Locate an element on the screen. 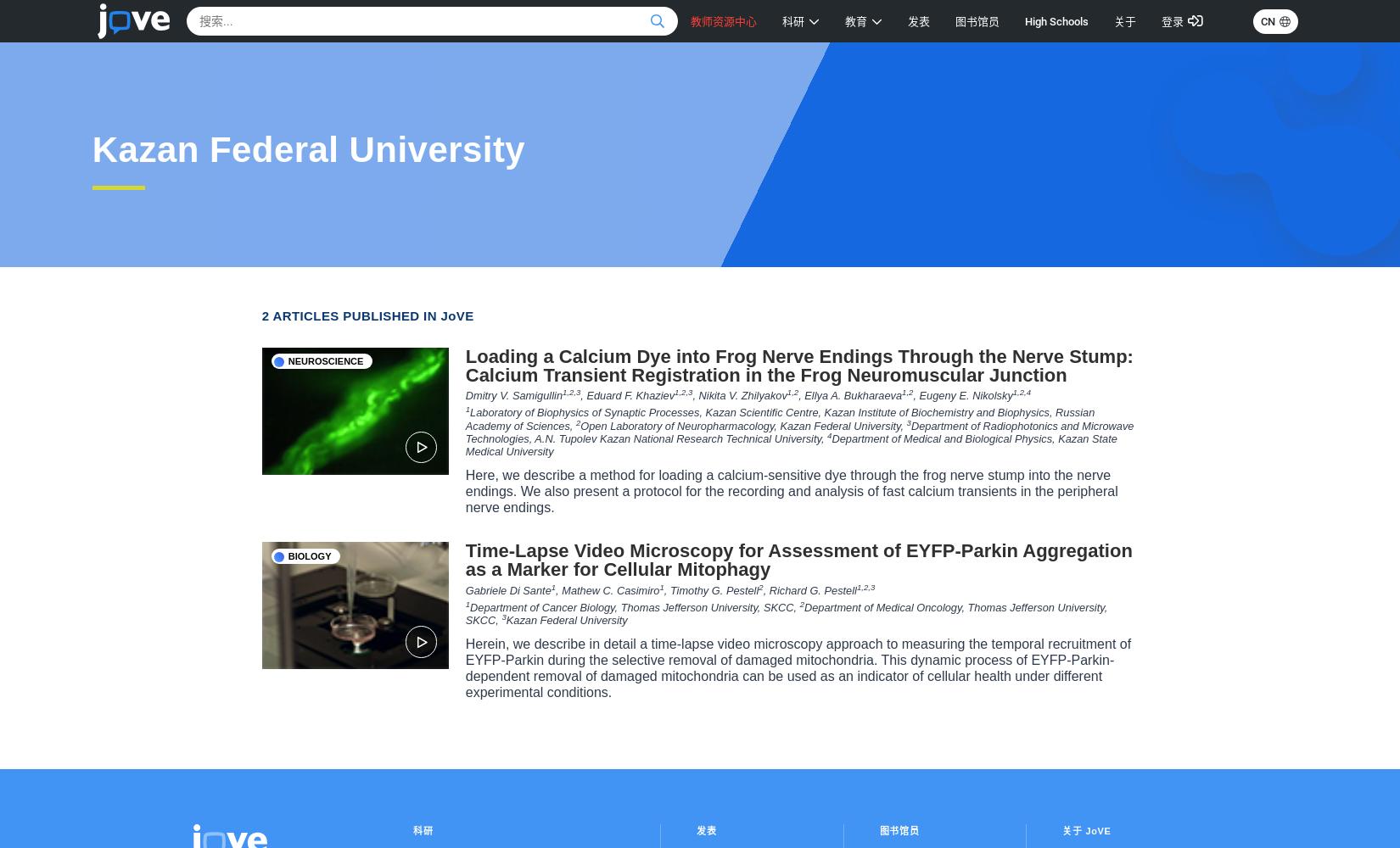 Image resolution: width=1400 pixels, height=848 pixels. 'Here, we describe a method for loading a calcium-sensitive dye through the frog nerve stump into the nerve endings. We also present a protocol for the recording and analysis of fast calcium transients in the peripheral nerve endings.' is located at coordinates (463, 489).